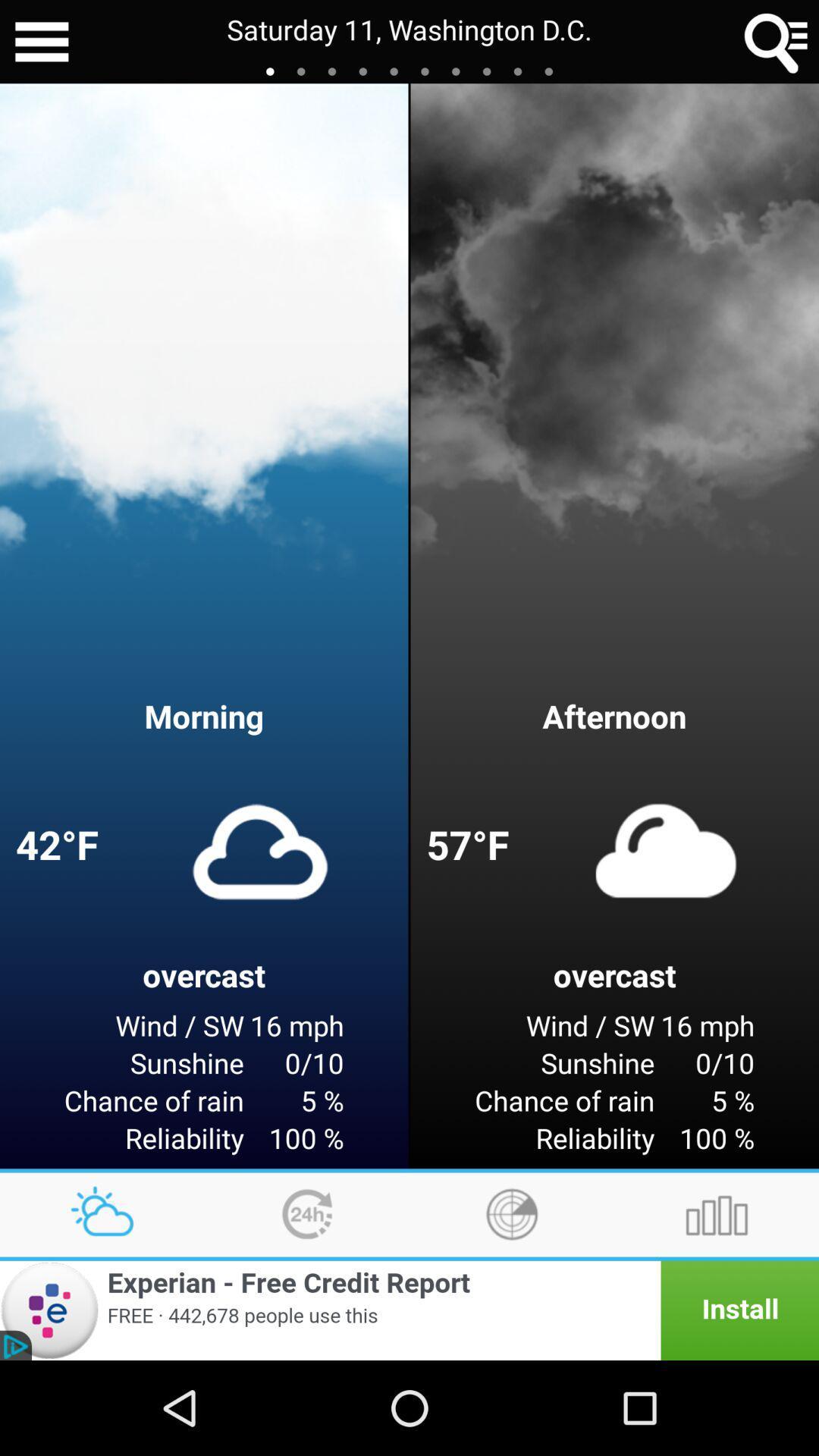  Describe the element at coordinates (409, 1310) in the screenshot. I see `experian page` at that location.